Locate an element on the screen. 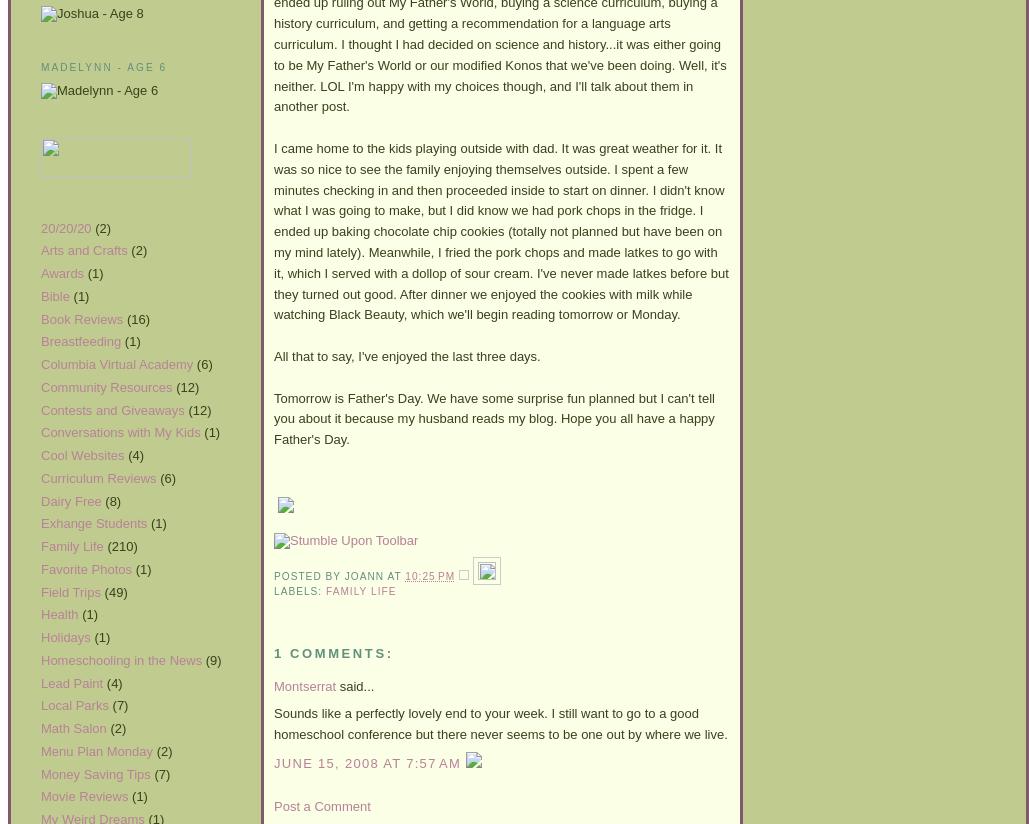  'Posted by' is located at coordinates (309, 574).